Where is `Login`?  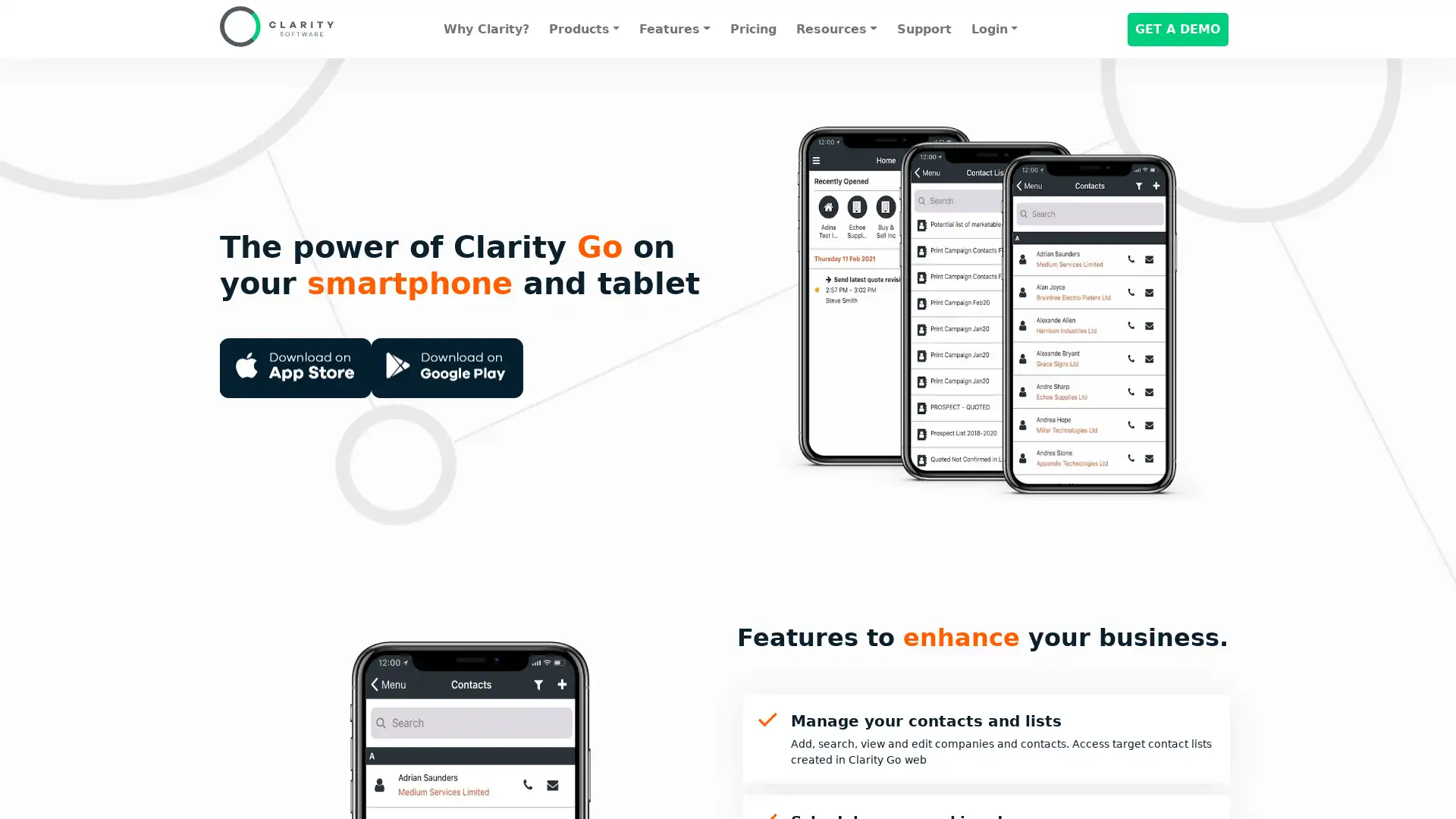
Login is located at coordinates (993, 29).